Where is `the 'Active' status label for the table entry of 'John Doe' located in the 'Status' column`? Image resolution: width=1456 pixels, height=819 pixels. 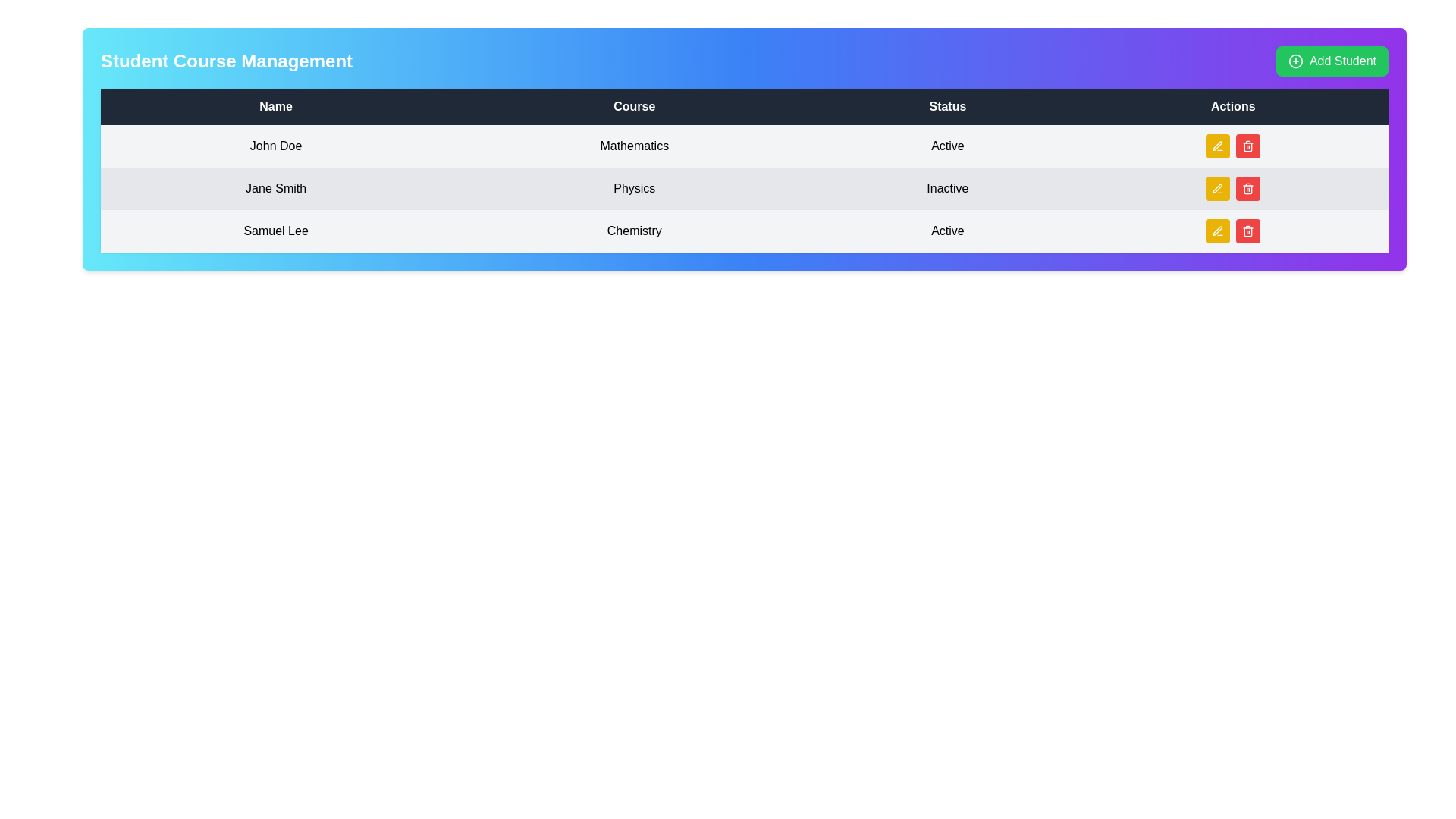 the 'Active' status label for the table entry of 'John Doe' located in the 'Status' column is located at coordinates (946, 146).